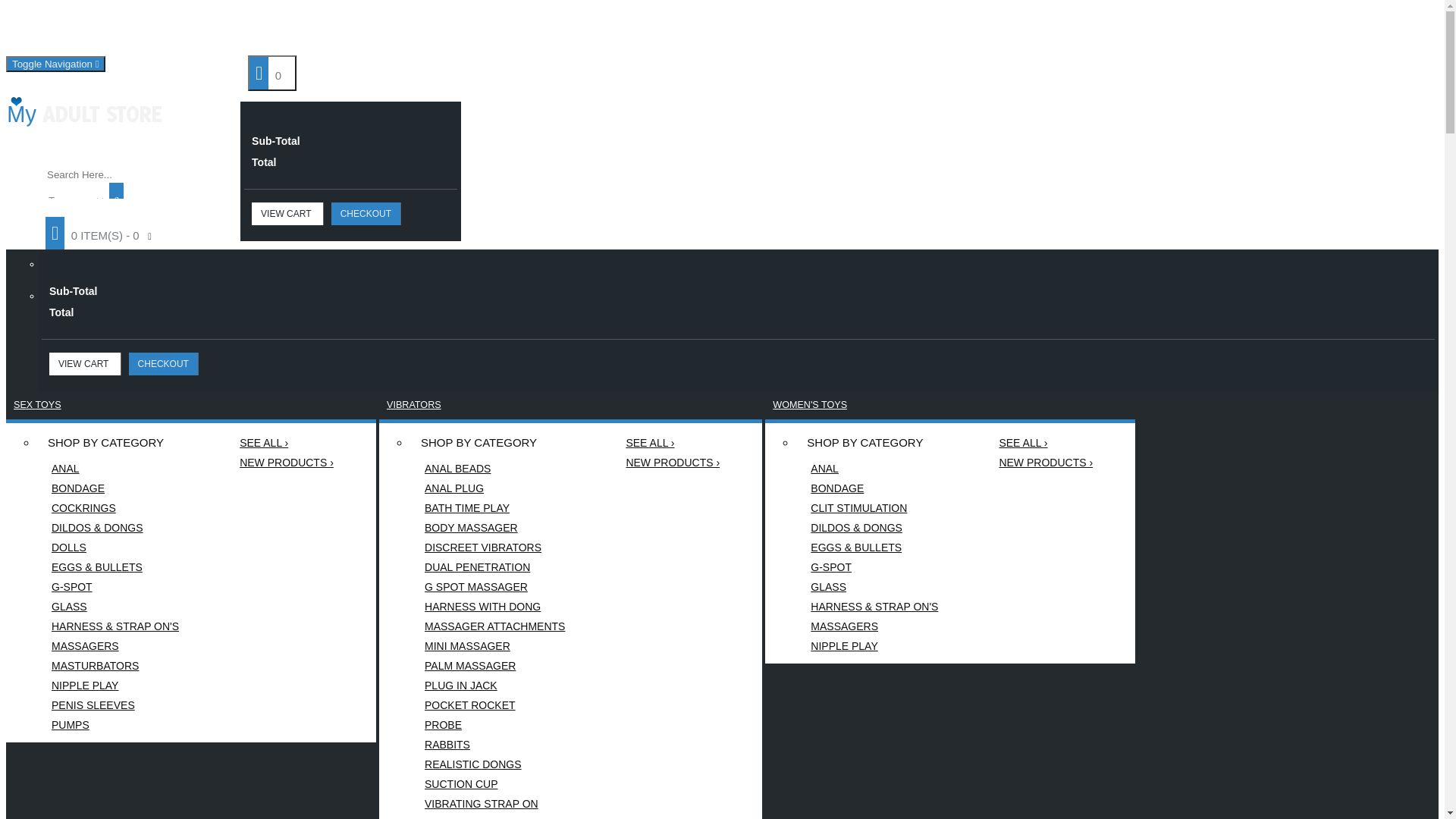  Describe the element at coordinates (809, 403) in the screenshot. I see `'WOMEN'S TOYS'` at that location.